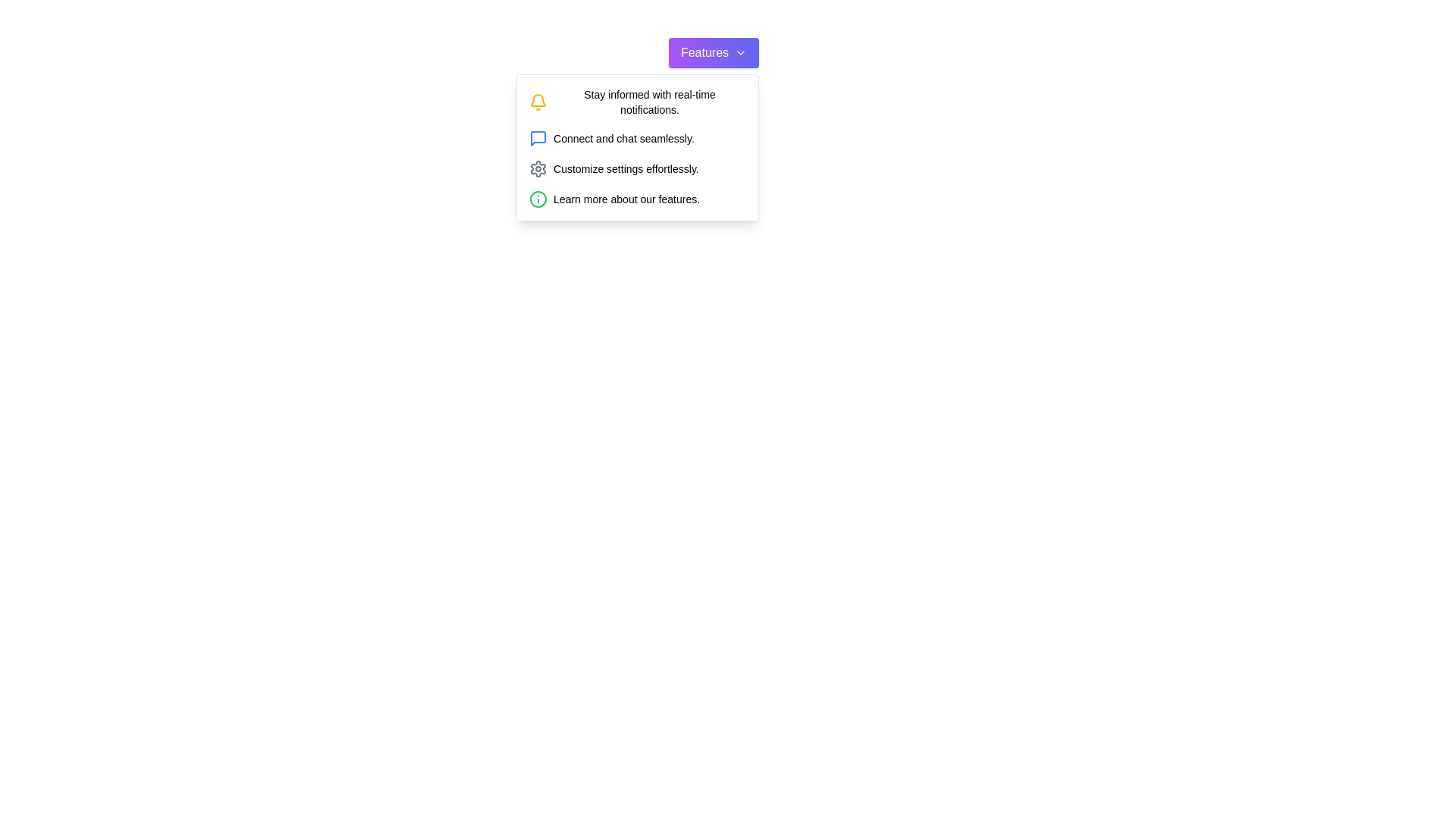  Describe the element at coordinates (538, 102) in the screenshot. I see `the notification icon, which is the first component in the flexbox and located to the left of the text 'Stay informed with real-time notifications.'` at that location.